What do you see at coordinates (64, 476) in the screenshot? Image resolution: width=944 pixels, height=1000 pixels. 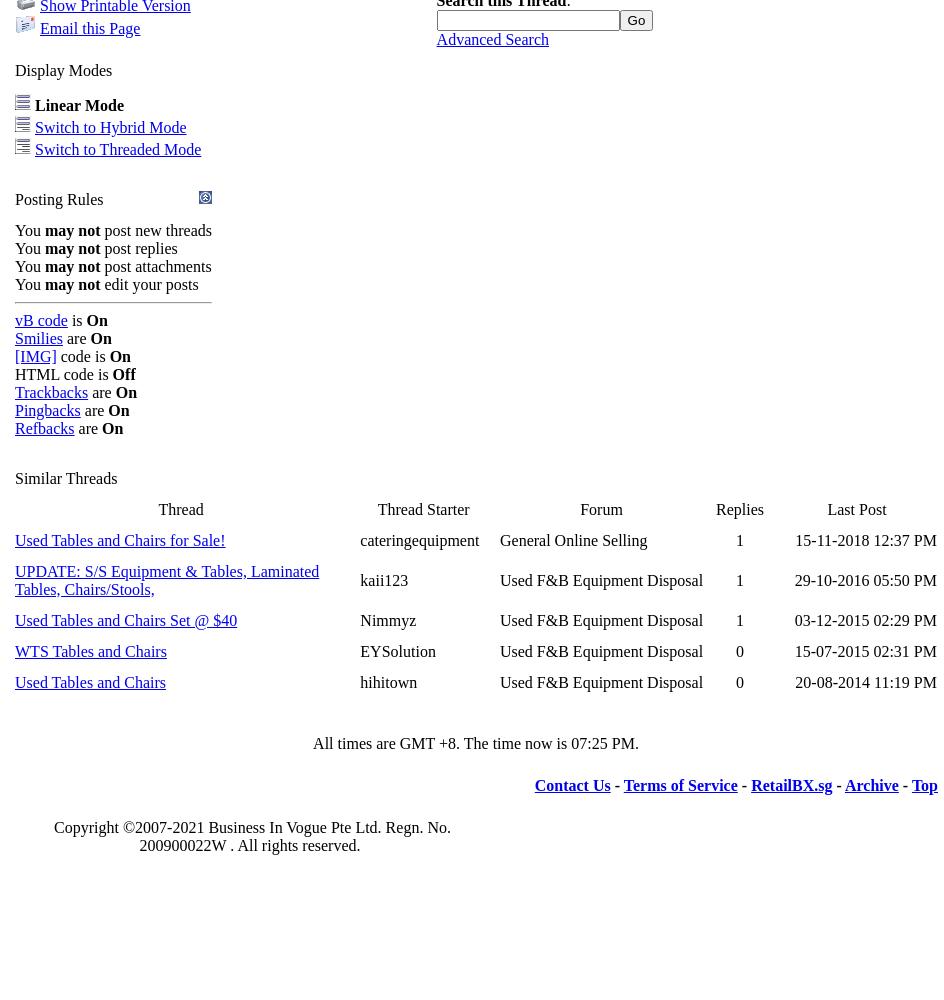 I see `'Similar Threads'` at bounding box center [64, 476].